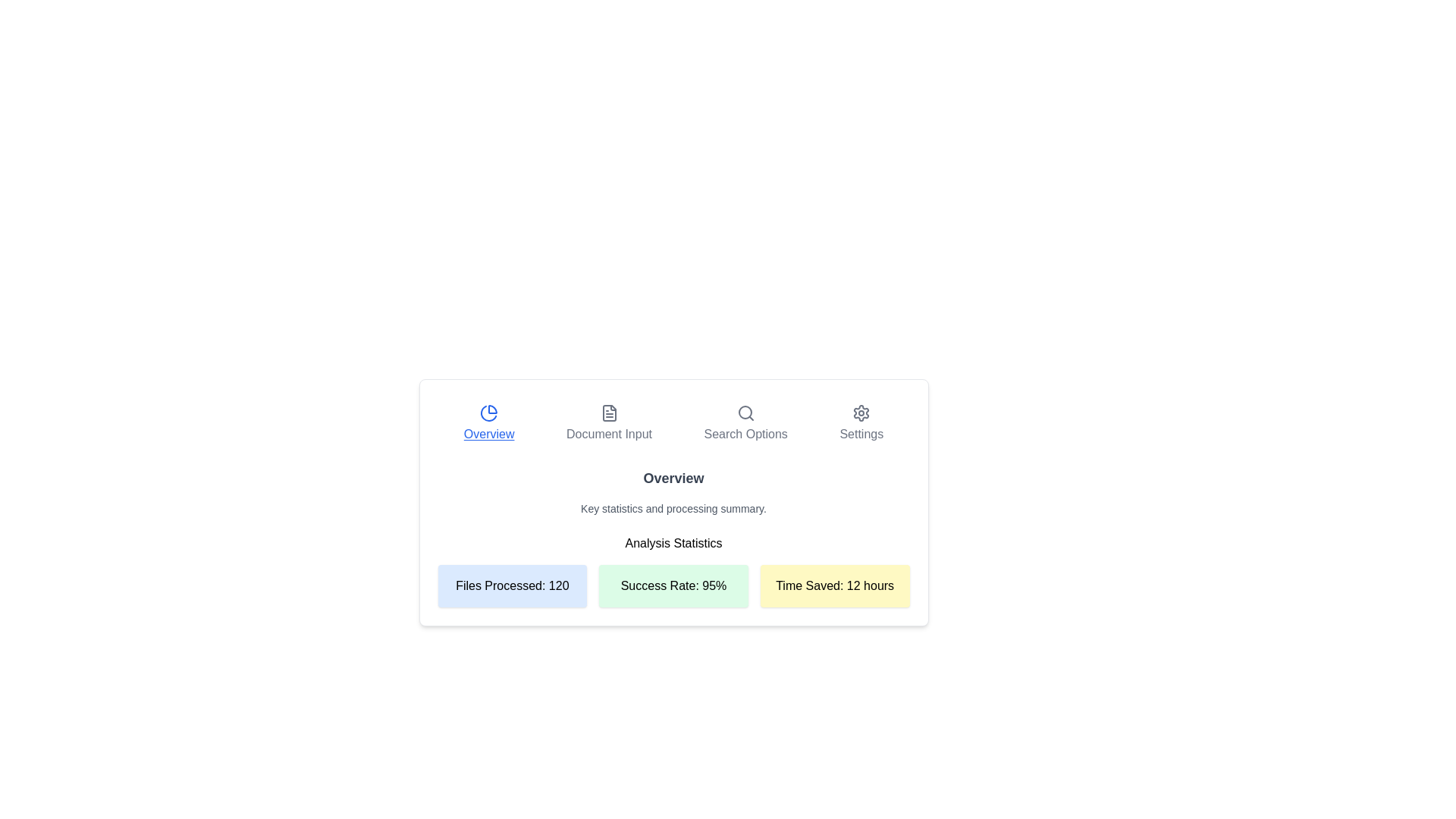 Image resolution: width=1456 pixels, height=819 pixels. I want to click on the Informational block displaying 'Success Rate: 95%' which has a green background and rounded edges, positioned centrally under 'Analysis Statistics', so click(673, 570).